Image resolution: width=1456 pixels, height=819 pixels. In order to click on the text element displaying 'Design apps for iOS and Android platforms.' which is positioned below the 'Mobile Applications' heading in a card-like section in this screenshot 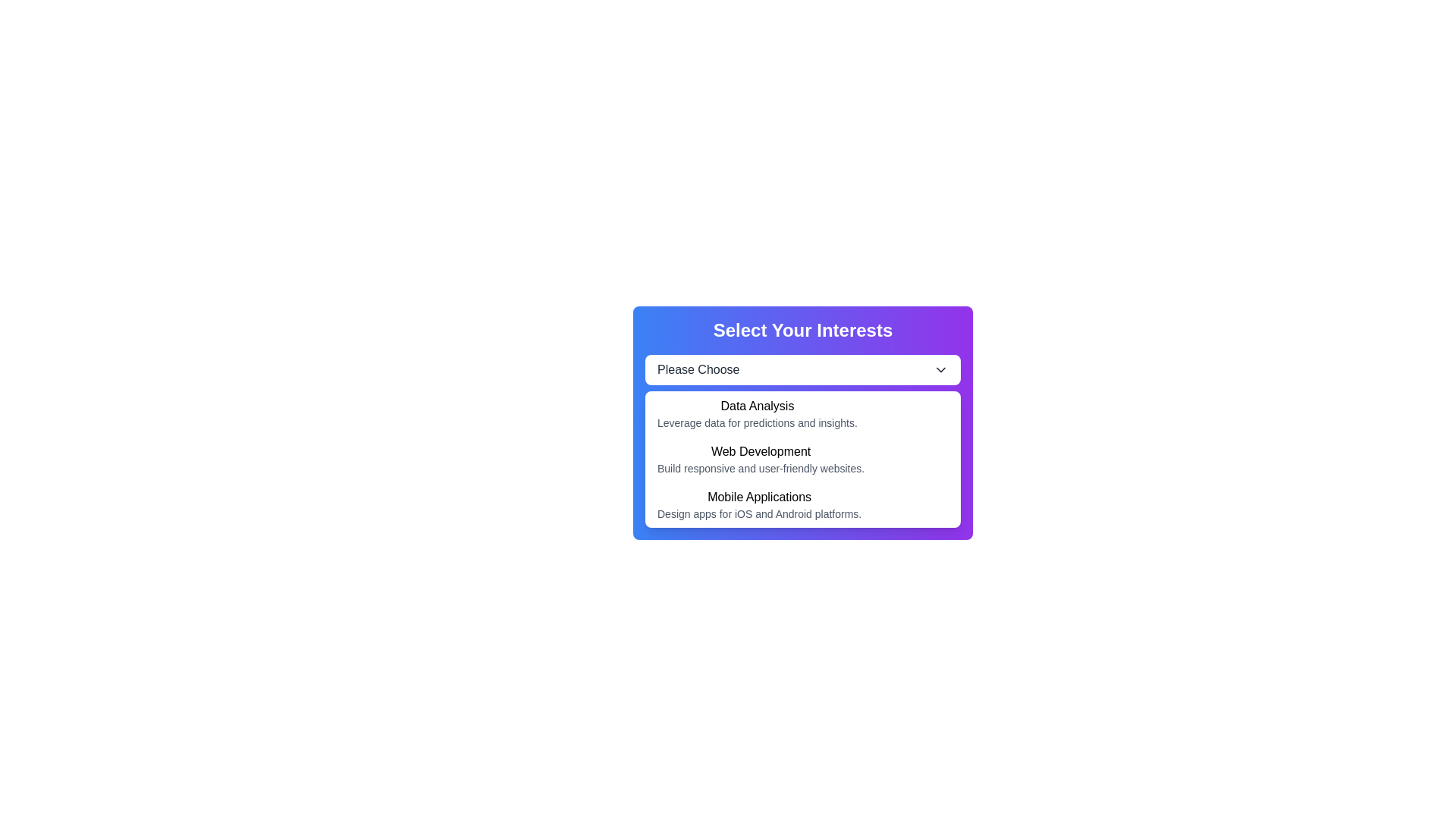, I will do `click(759, 513)`.